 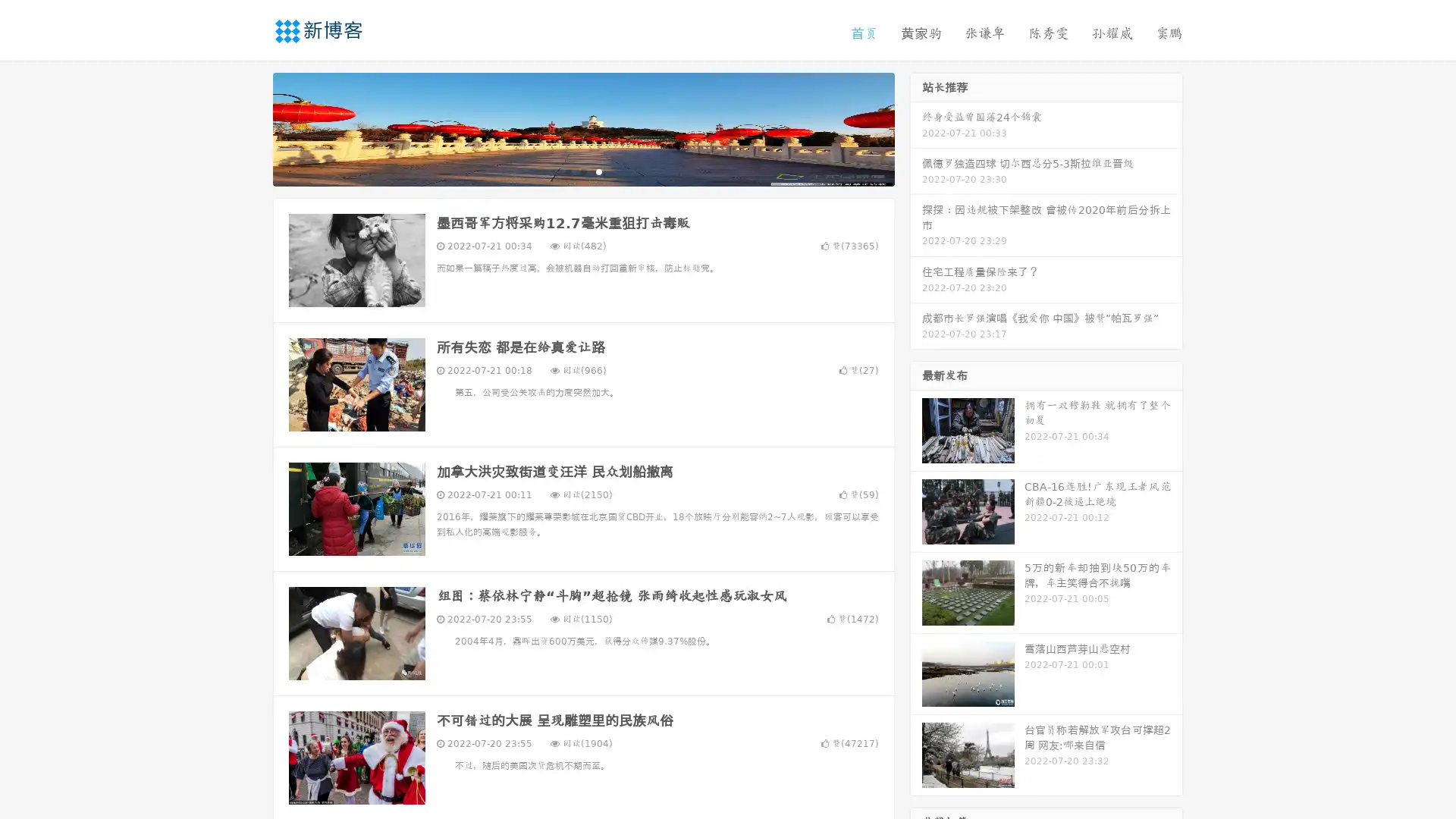 What do you see at coordinates (916, 127) in the screenshot?
I see `Next slide` at bounding box center [916, 127].